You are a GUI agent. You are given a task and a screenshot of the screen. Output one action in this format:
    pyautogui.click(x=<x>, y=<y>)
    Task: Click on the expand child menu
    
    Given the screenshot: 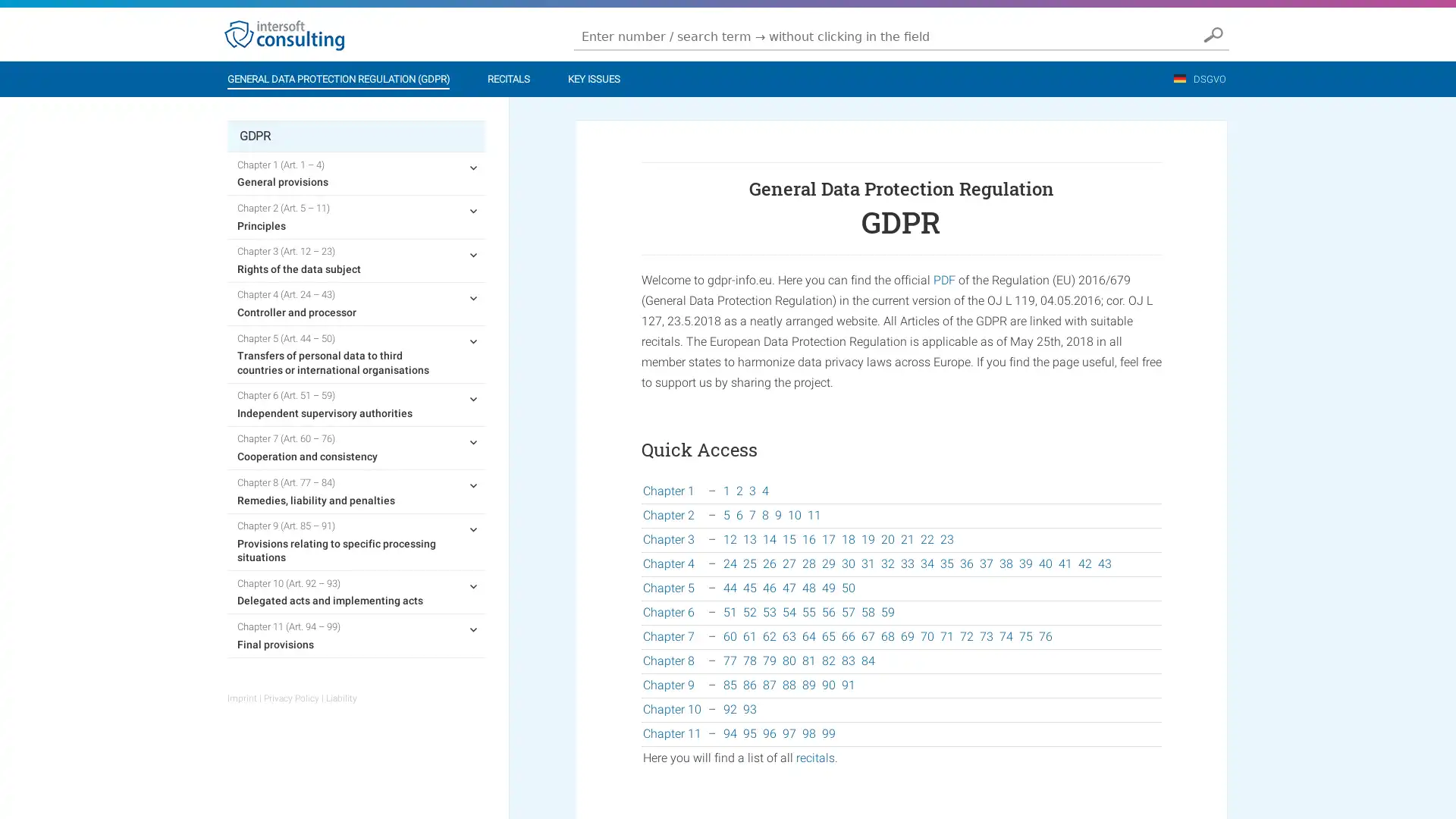 What is the action you would take?
    pyautogui.click(x=472, y=210)
    